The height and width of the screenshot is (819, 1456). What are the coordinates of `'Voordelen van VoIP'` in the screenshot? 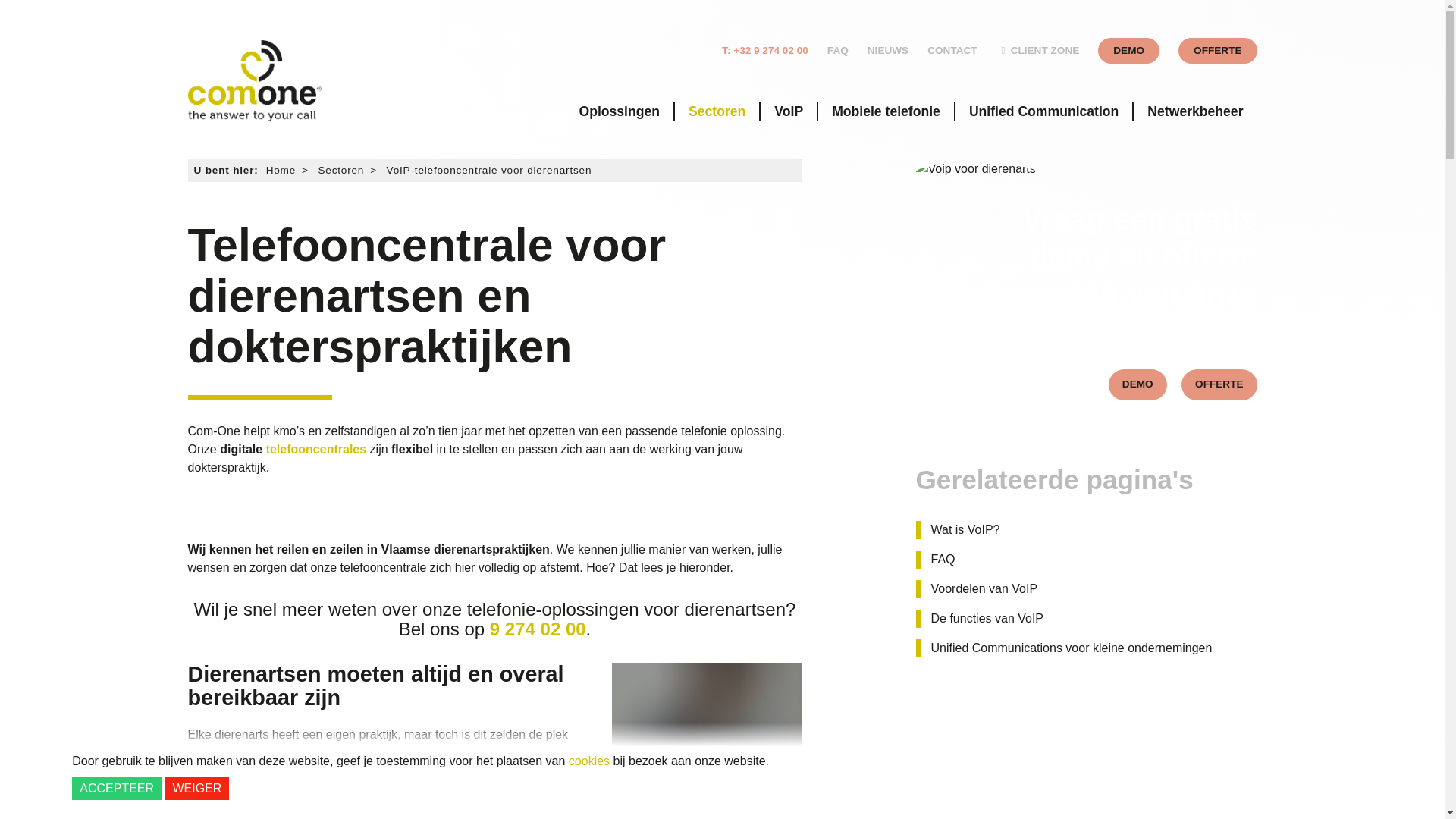 It's located at (915, 588).